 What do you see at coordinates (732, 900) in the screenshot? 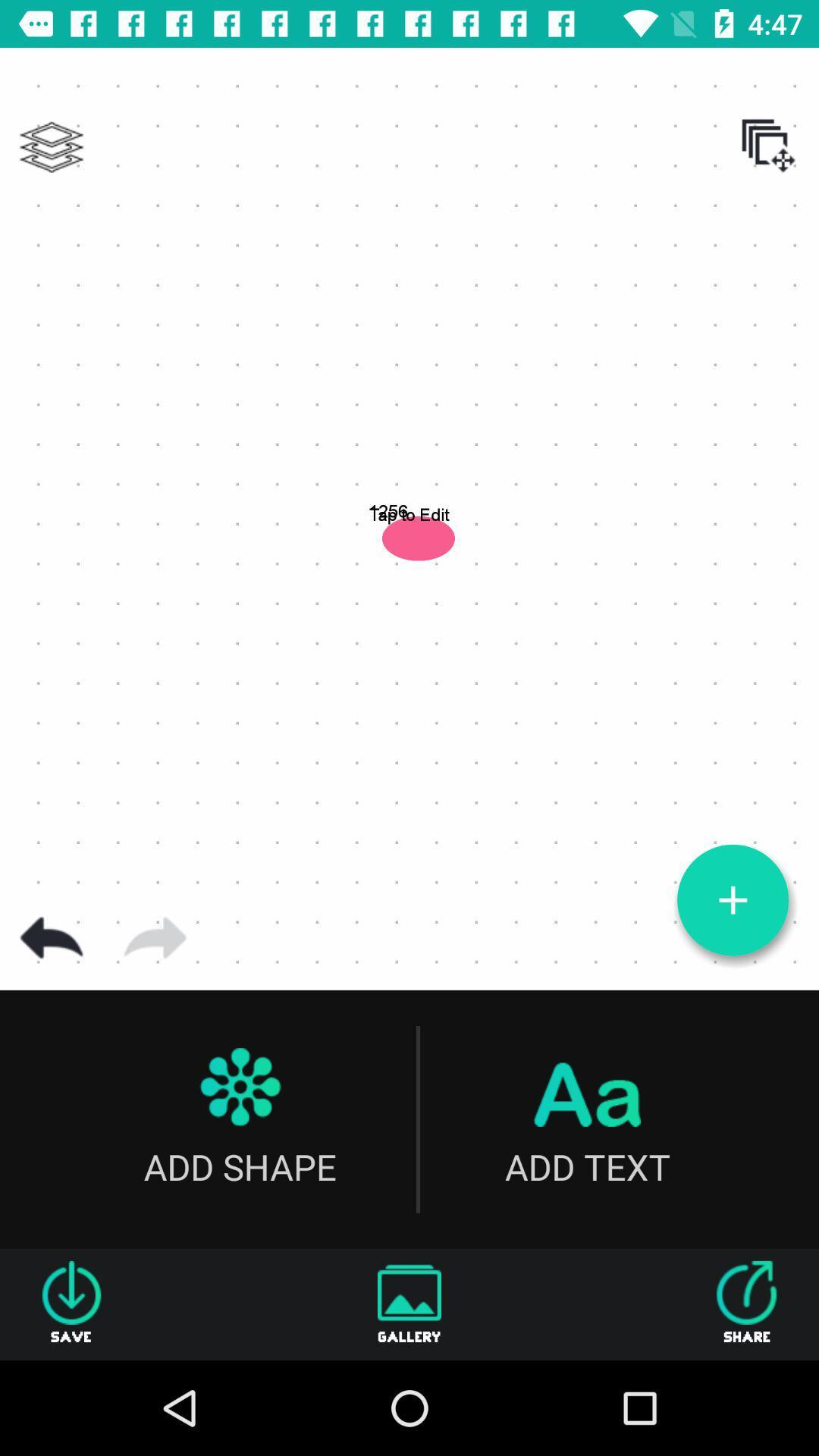
I see `zoom out` at bounding box center [732, 900].